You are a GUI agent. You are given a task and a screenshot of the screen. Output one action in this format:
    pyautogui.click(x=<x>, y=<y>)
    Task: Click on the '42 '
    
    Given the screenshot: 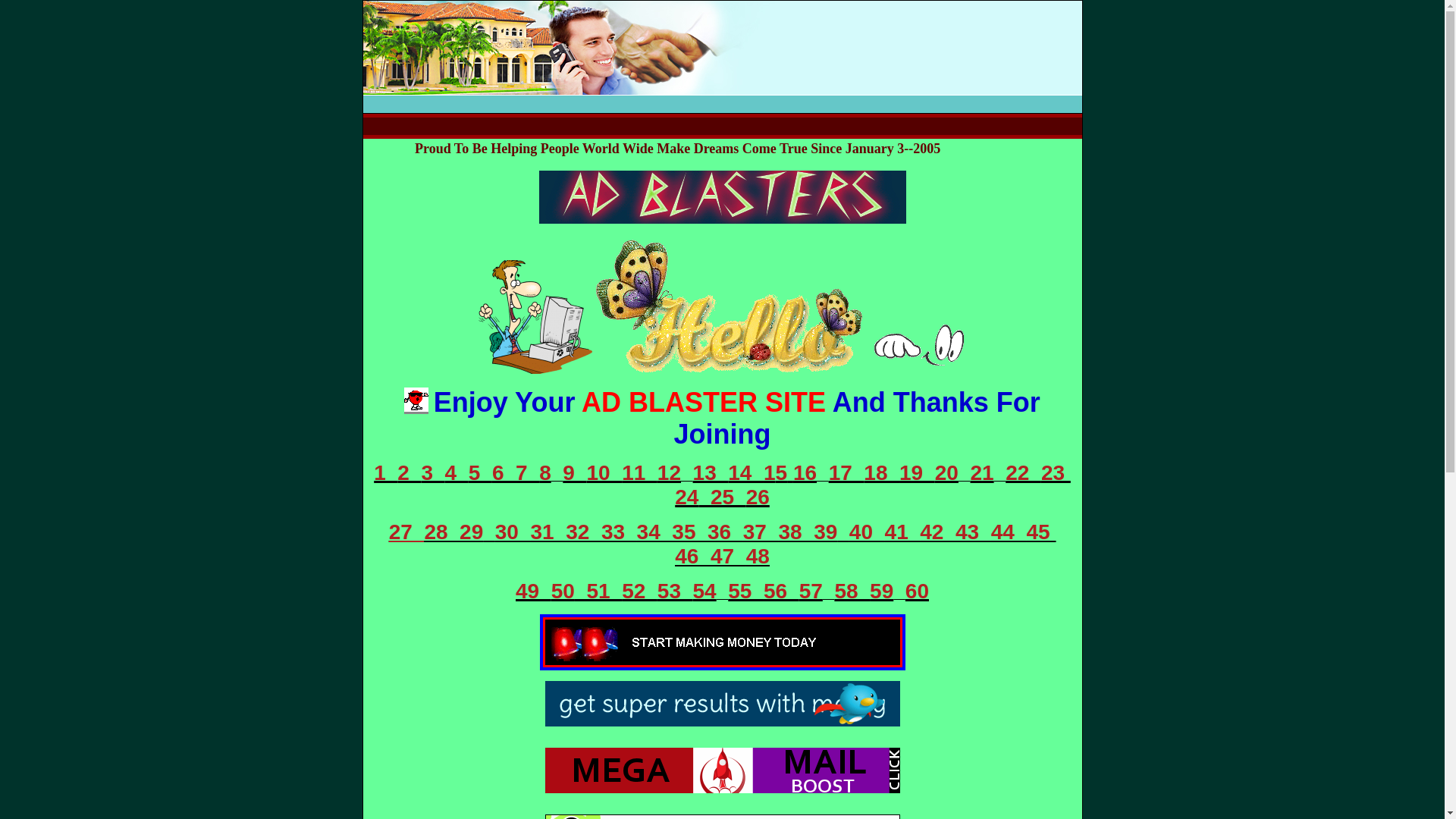 What is the action you would take?
    pyautogui.click(x=937, y=531)
    